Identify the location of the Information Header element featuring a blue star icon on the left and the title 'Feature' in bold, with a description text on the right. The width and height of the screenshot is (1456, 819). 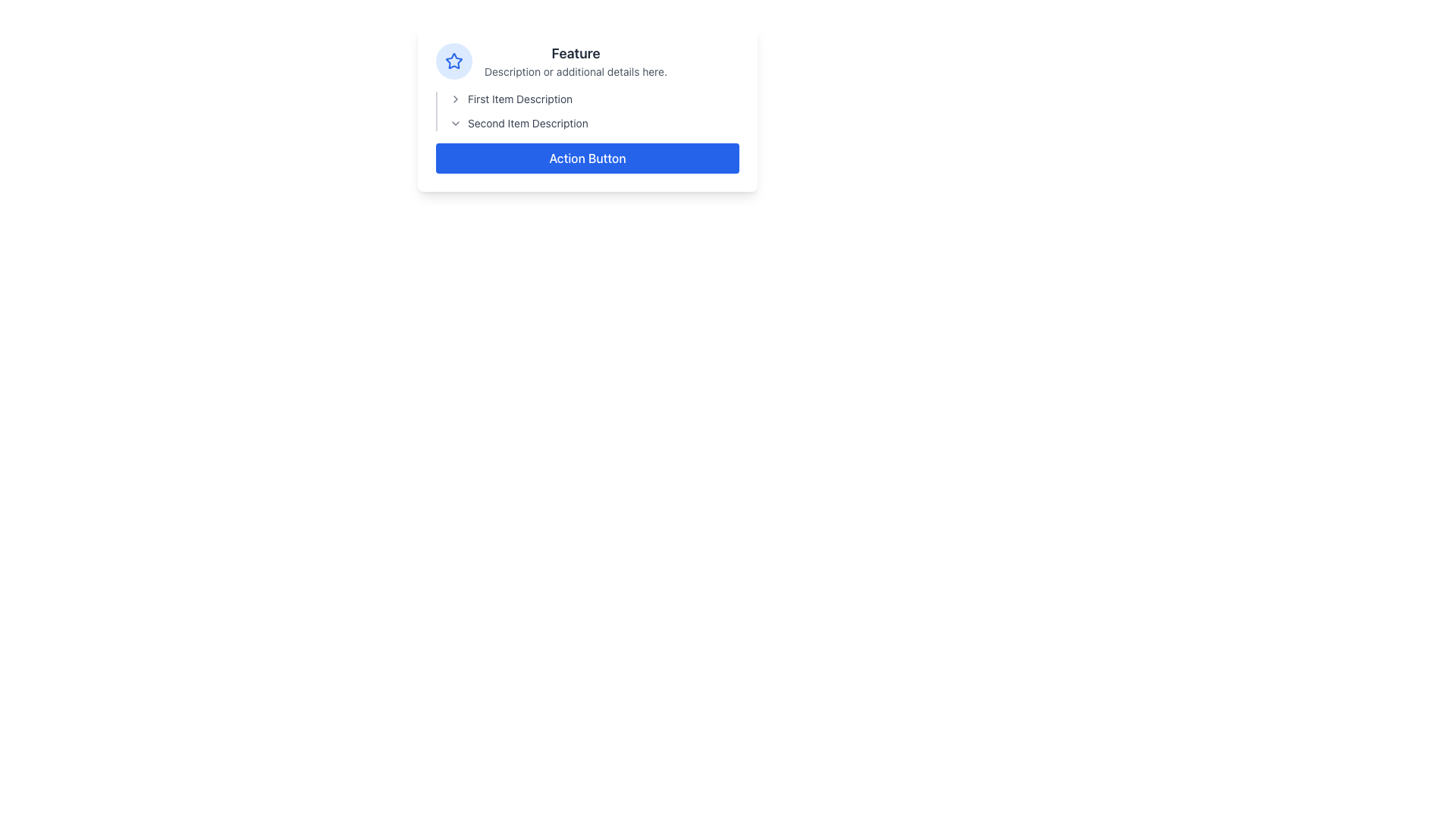
(586, 61).